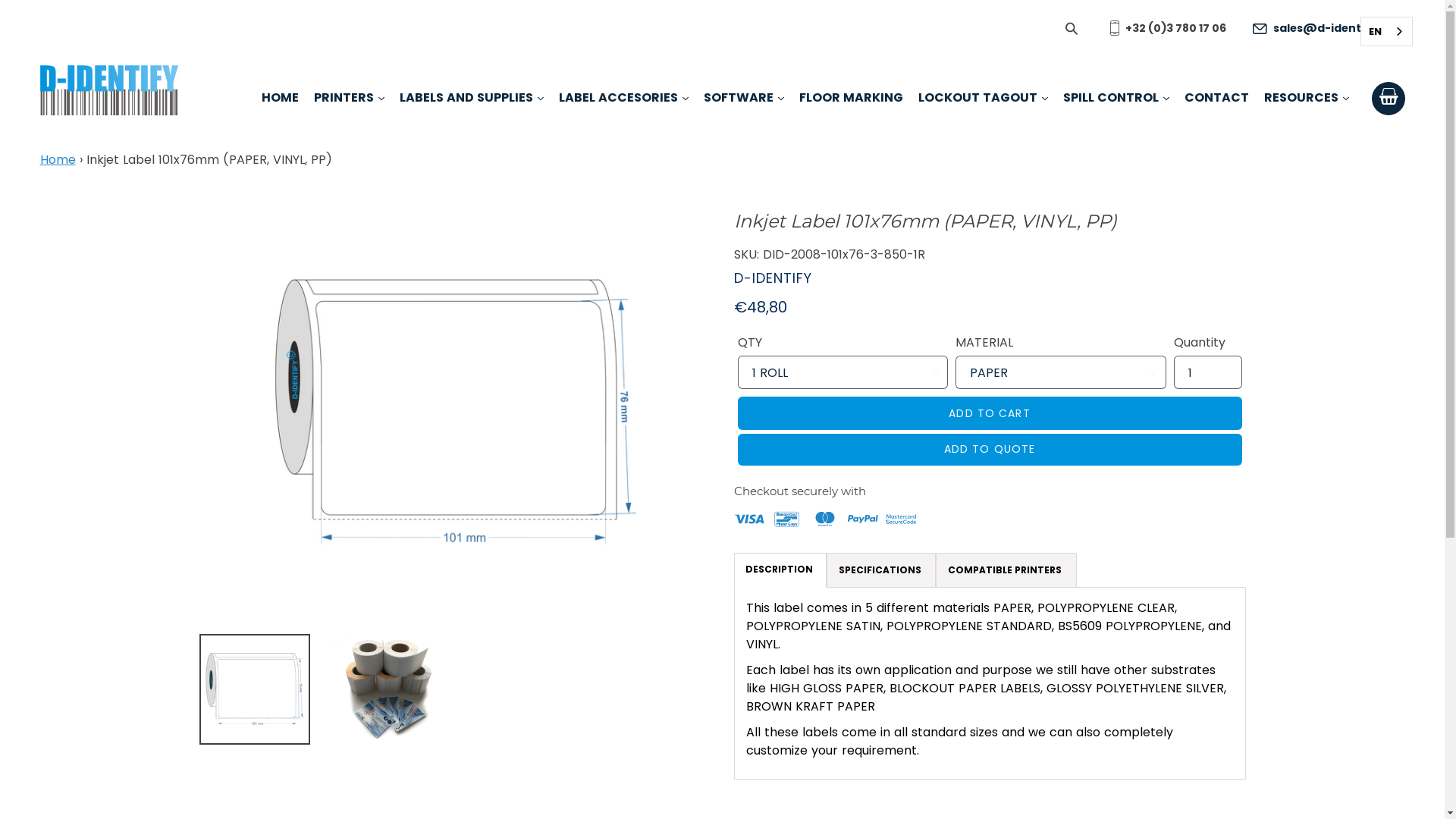  What do you see at coordinates (1322, 28) in the screenshot?
I see `'sales@d-identify.be'` at bounding box center [1322, 28].